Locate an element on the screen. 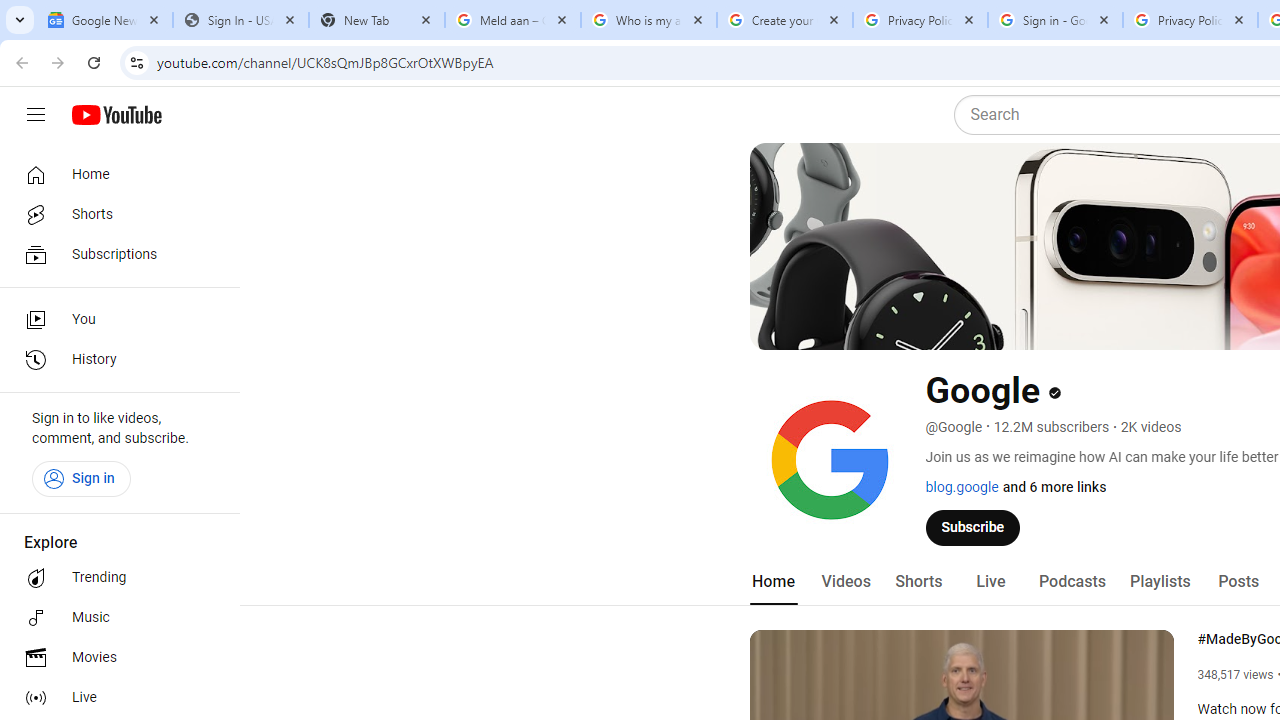  'Posts' is located at coordinates (1237, 581).